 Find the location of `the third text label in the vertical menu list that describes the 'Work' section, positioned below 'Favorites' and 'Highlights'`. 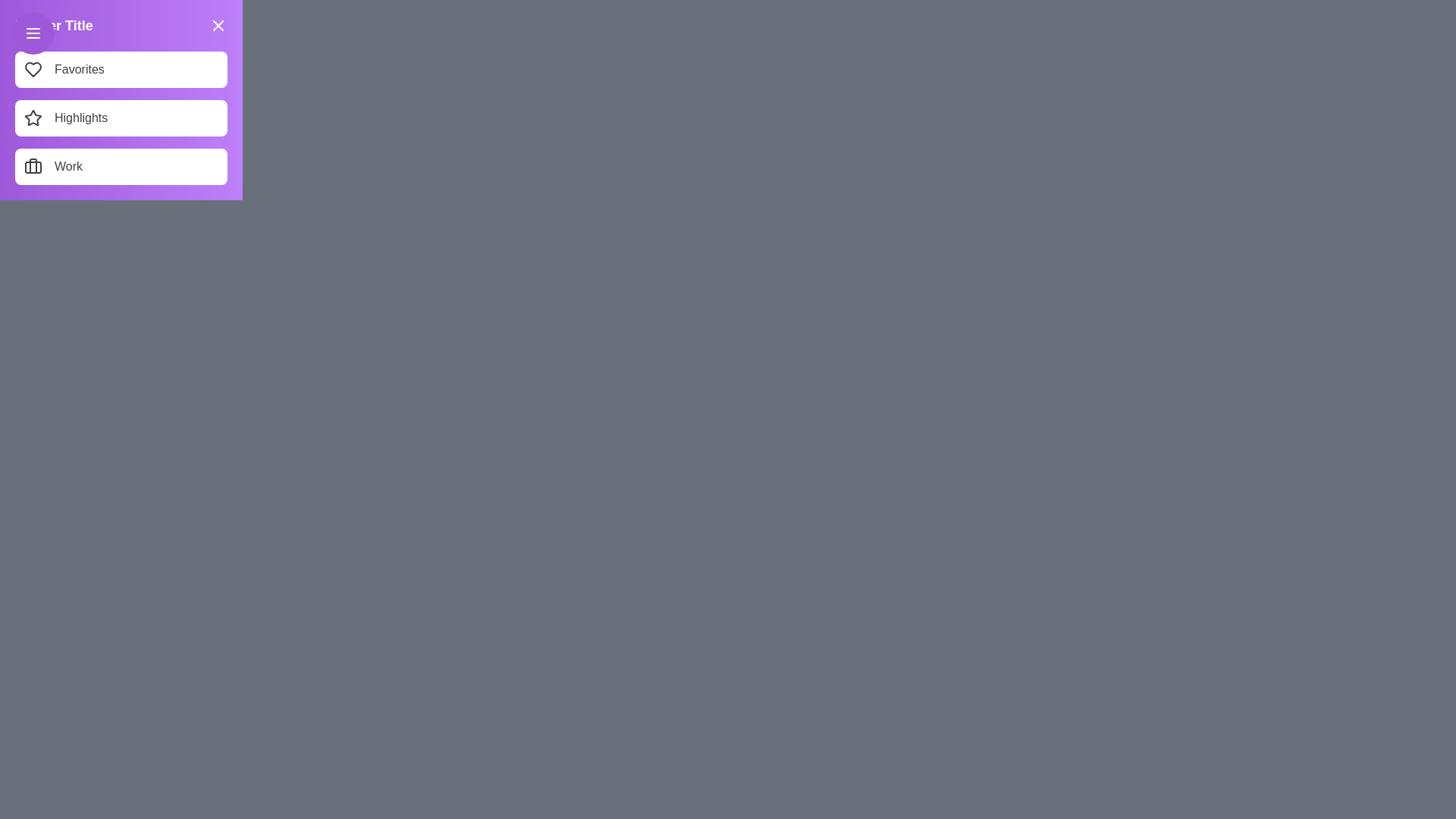

the third text label in the vertical menu list that describes the 'Work' section, positioned below 'Favorites' and 'Highlights' is located at coordinates (67, 166).